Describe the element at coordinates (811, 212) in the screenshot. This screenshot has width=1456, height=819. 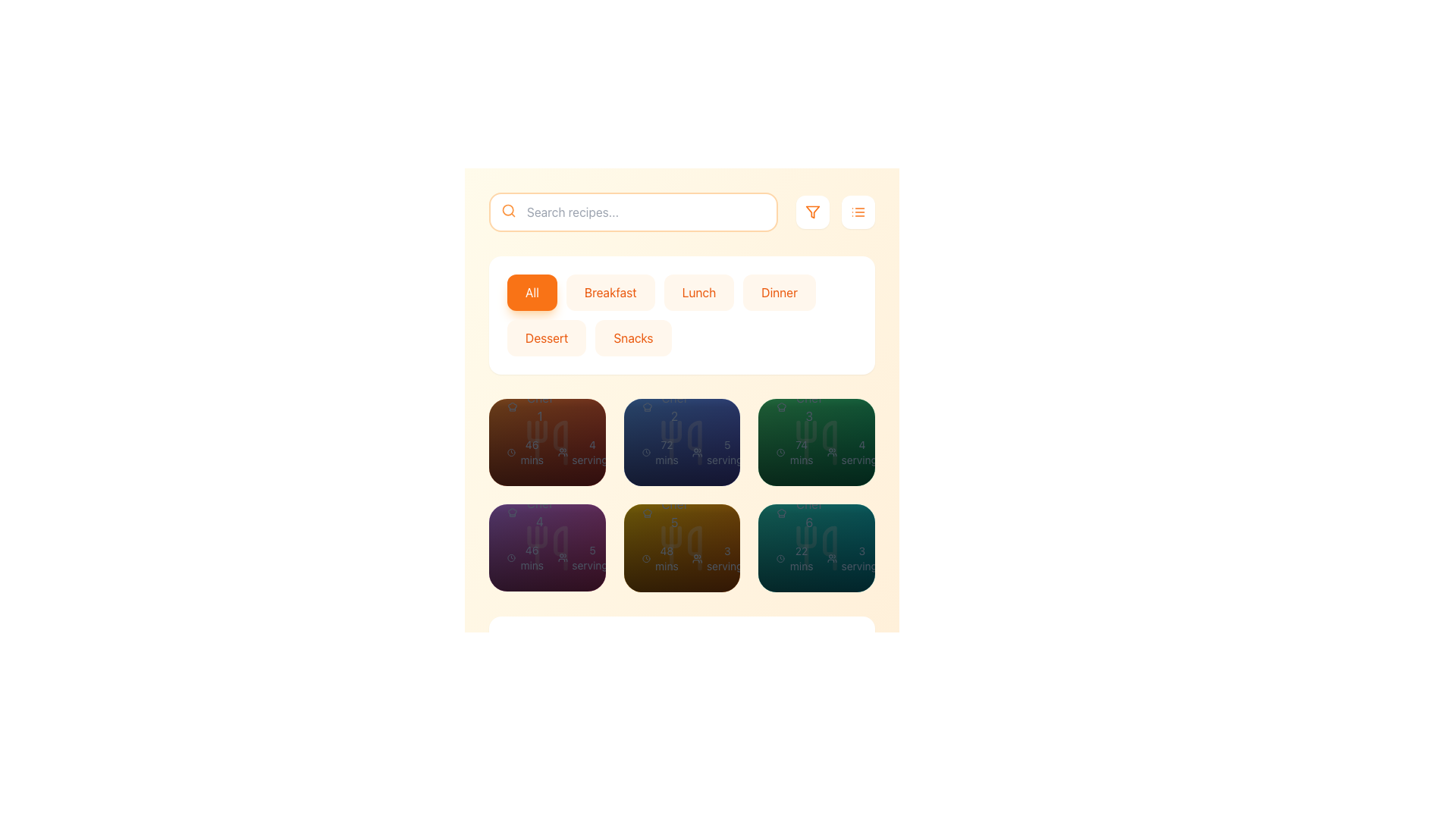
I see `the filter button with an SVG icon located at the top-right region of the interface` at that location.